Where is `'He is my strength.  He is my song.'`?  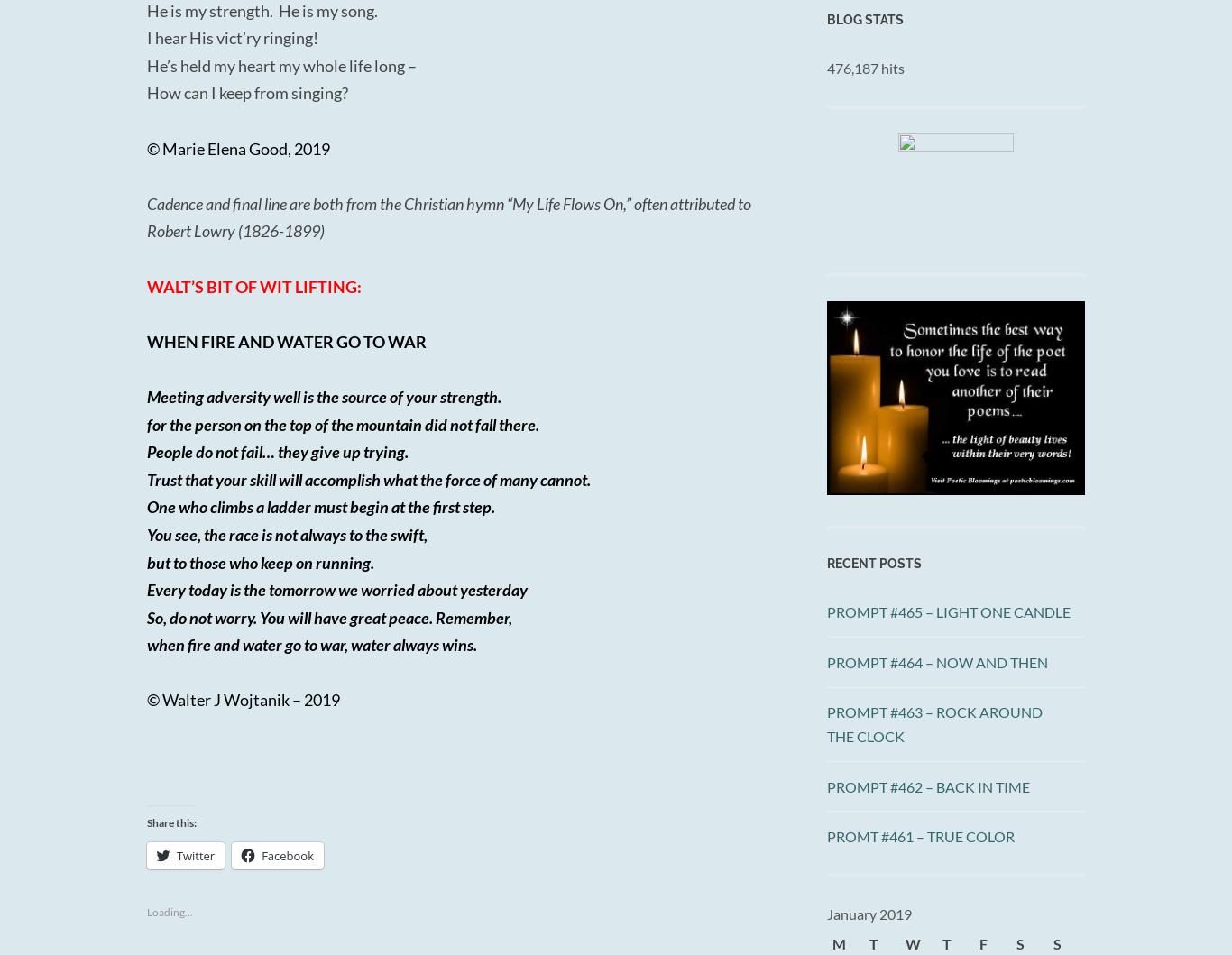 'He is my strength.  He is my song.' is located at coordinates (145, 10).